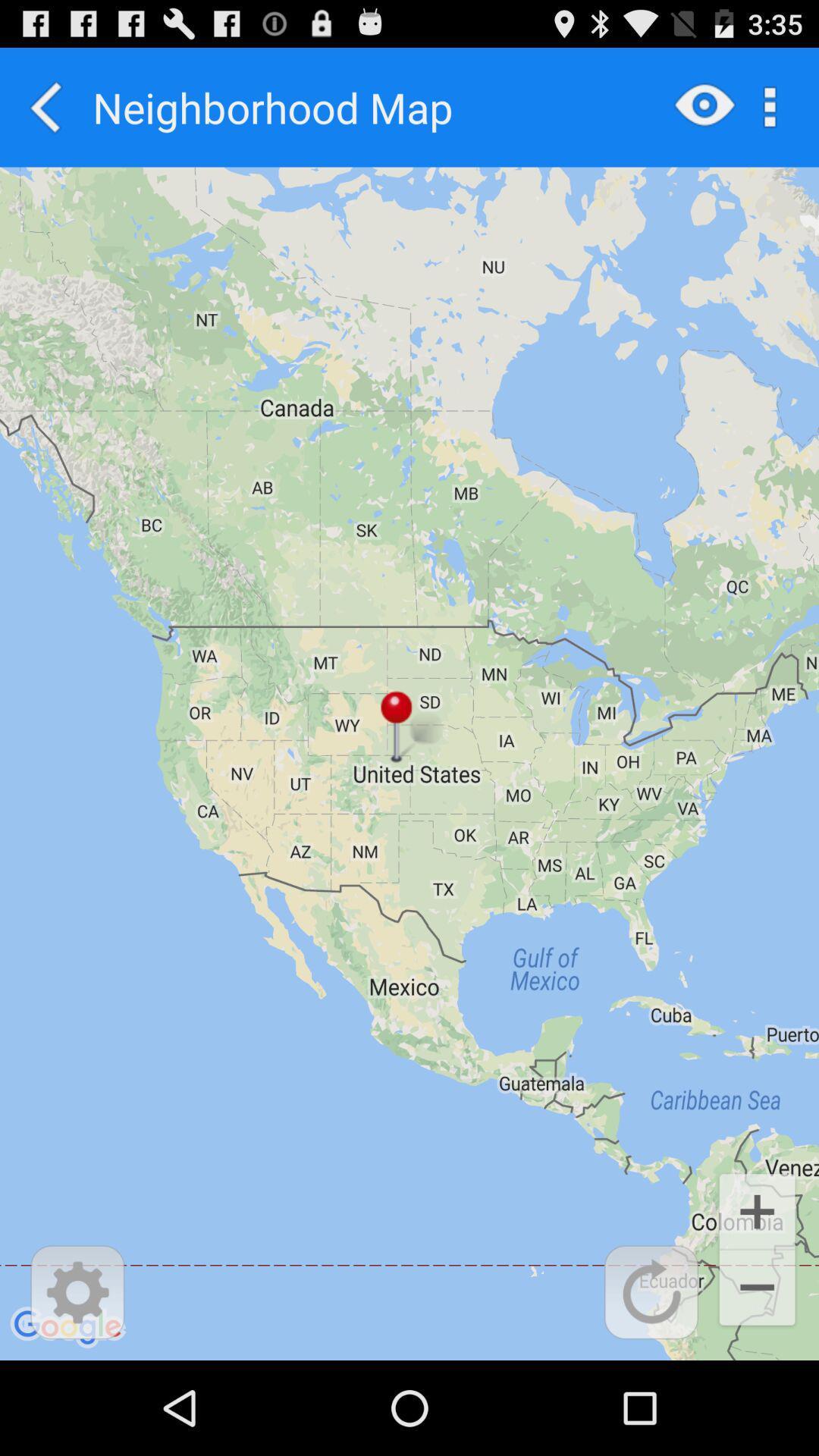  What do you see at coordinates (45, 114) in the screenshot?
I see `the arrow_backward icon` at bounding box center [45, 114].